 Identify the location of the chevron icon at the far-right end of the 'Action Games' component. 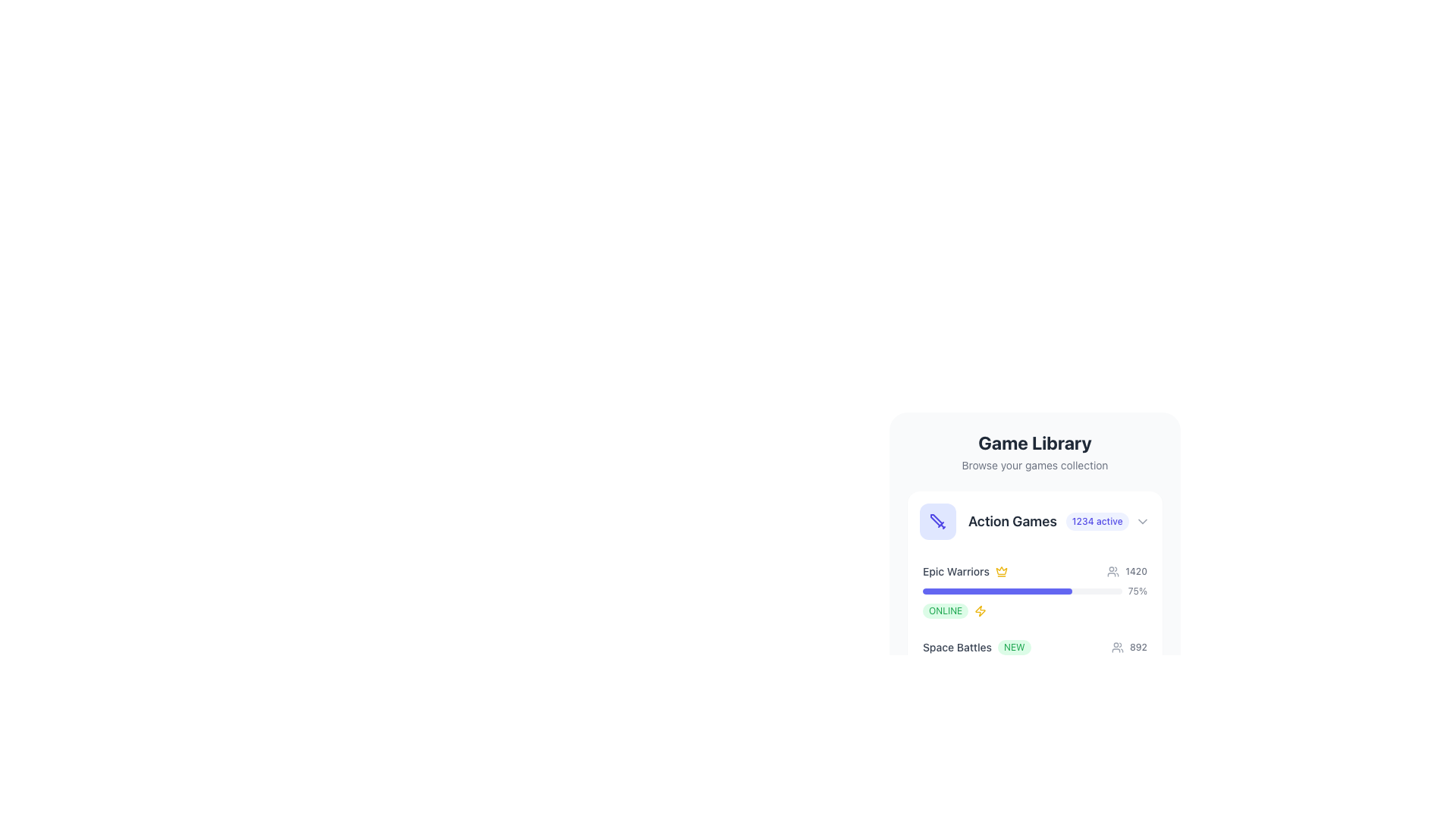
(1143, 520).